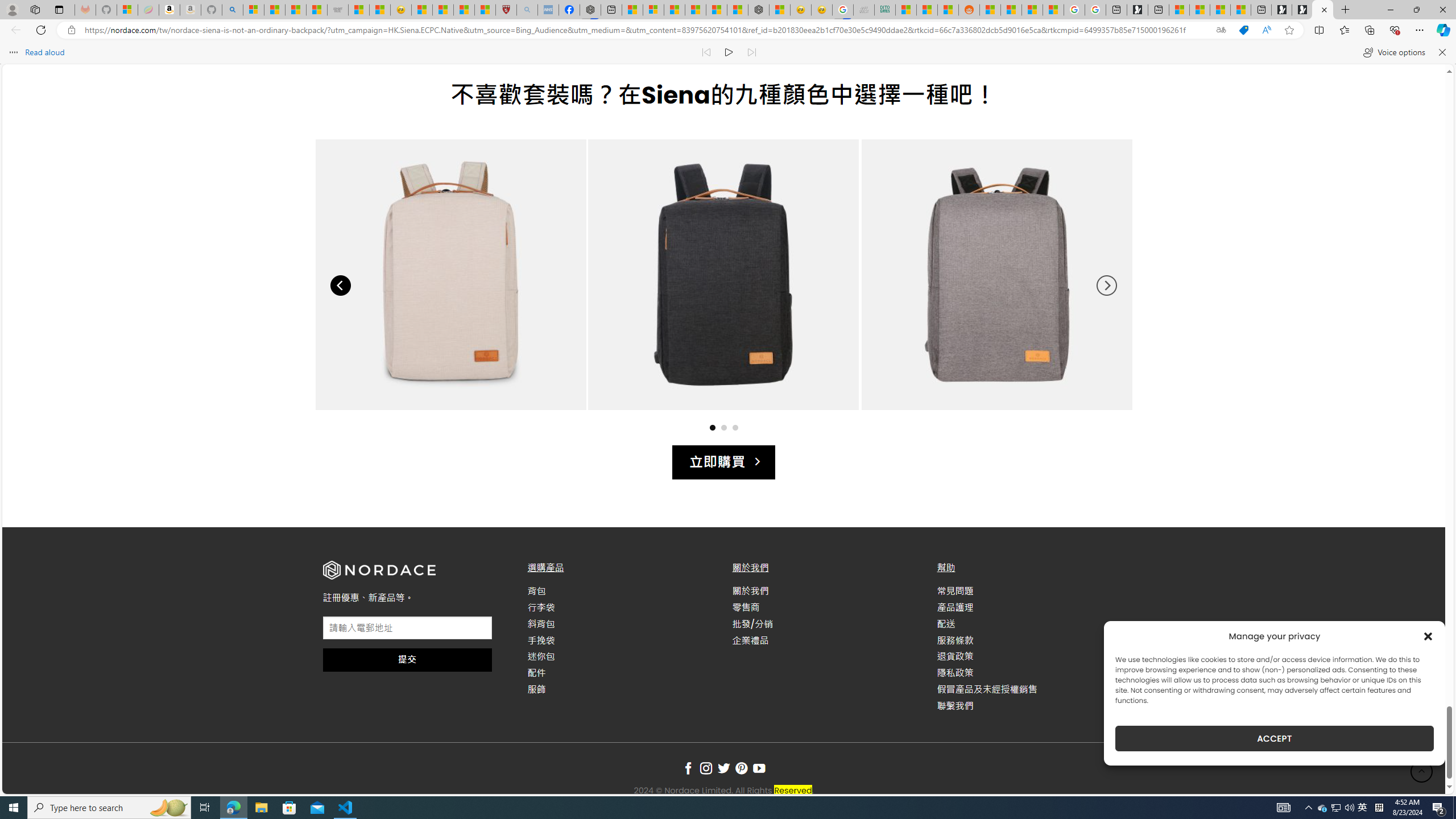  I want to click on 'Close read aloud', so click(1441, 52).